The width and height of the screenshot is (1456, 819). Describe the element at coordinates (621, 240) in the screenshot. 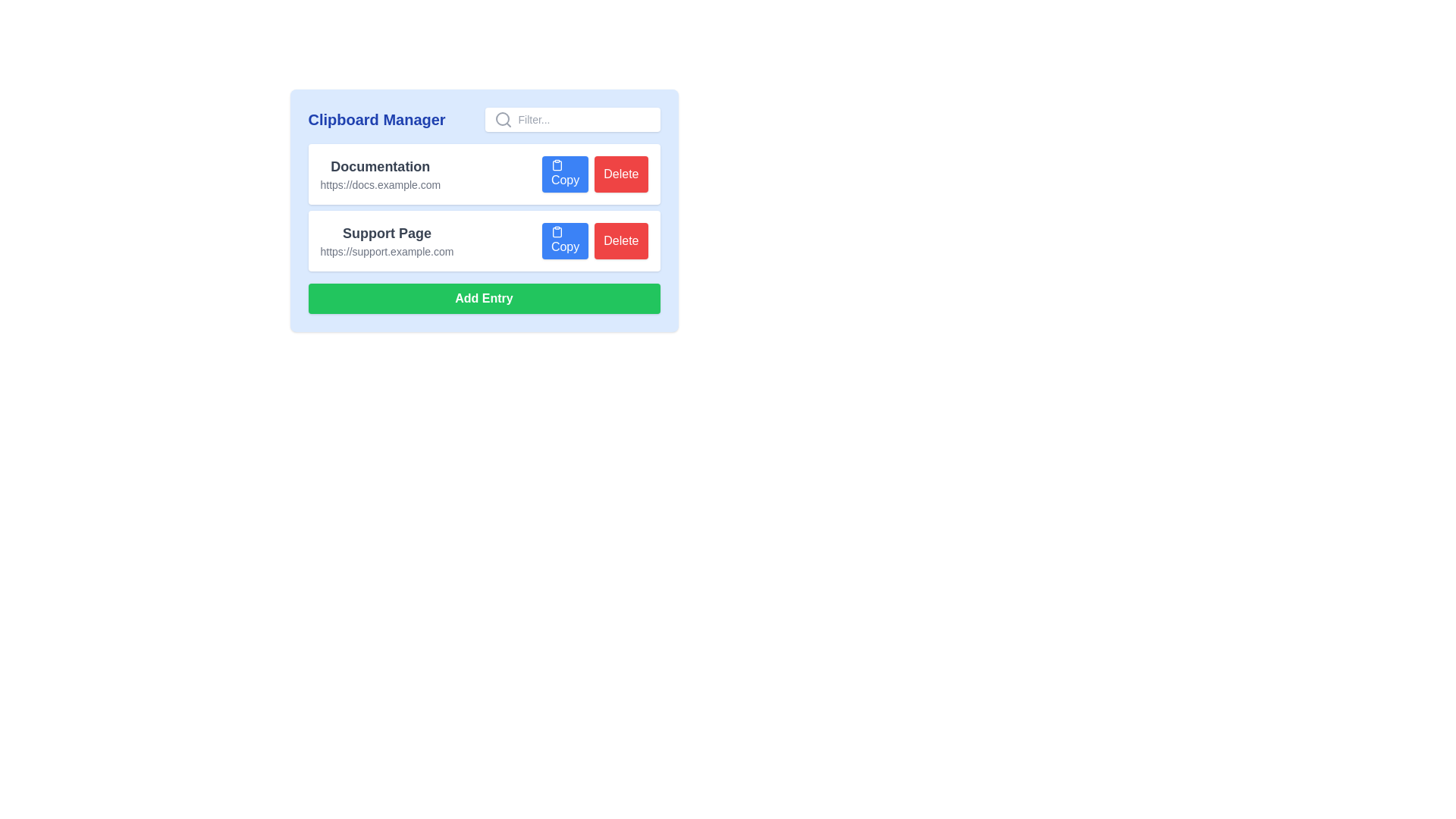

I see `the 'Delete' button, which is a rectangular button with a red background and white text labeled 'Delete', located in the upper-right corner of its grouping` at that location.